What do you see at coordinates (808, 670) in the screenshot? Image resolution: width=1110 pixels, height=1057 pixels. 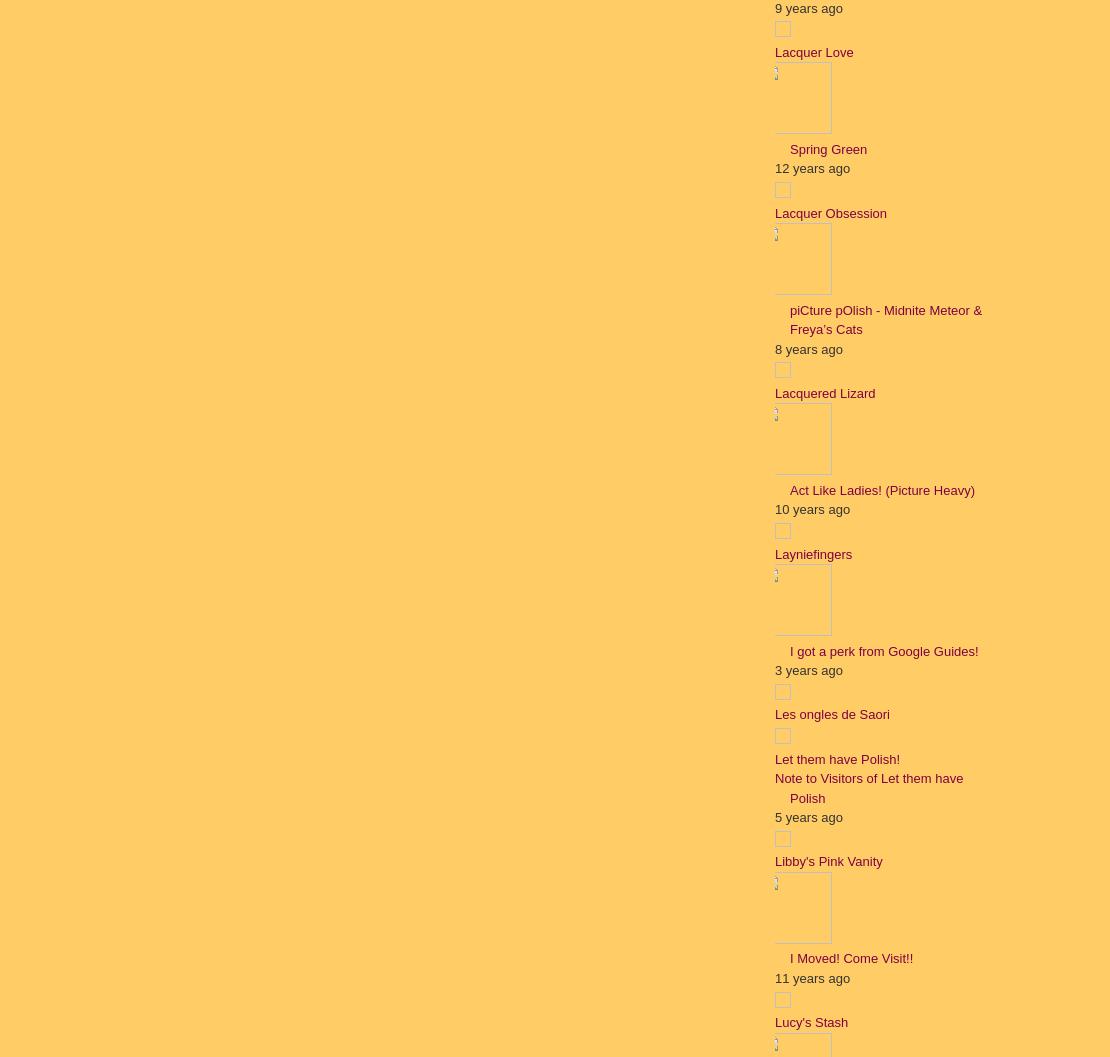 I see `'3 years ago'` at bounding box center [808, 670].